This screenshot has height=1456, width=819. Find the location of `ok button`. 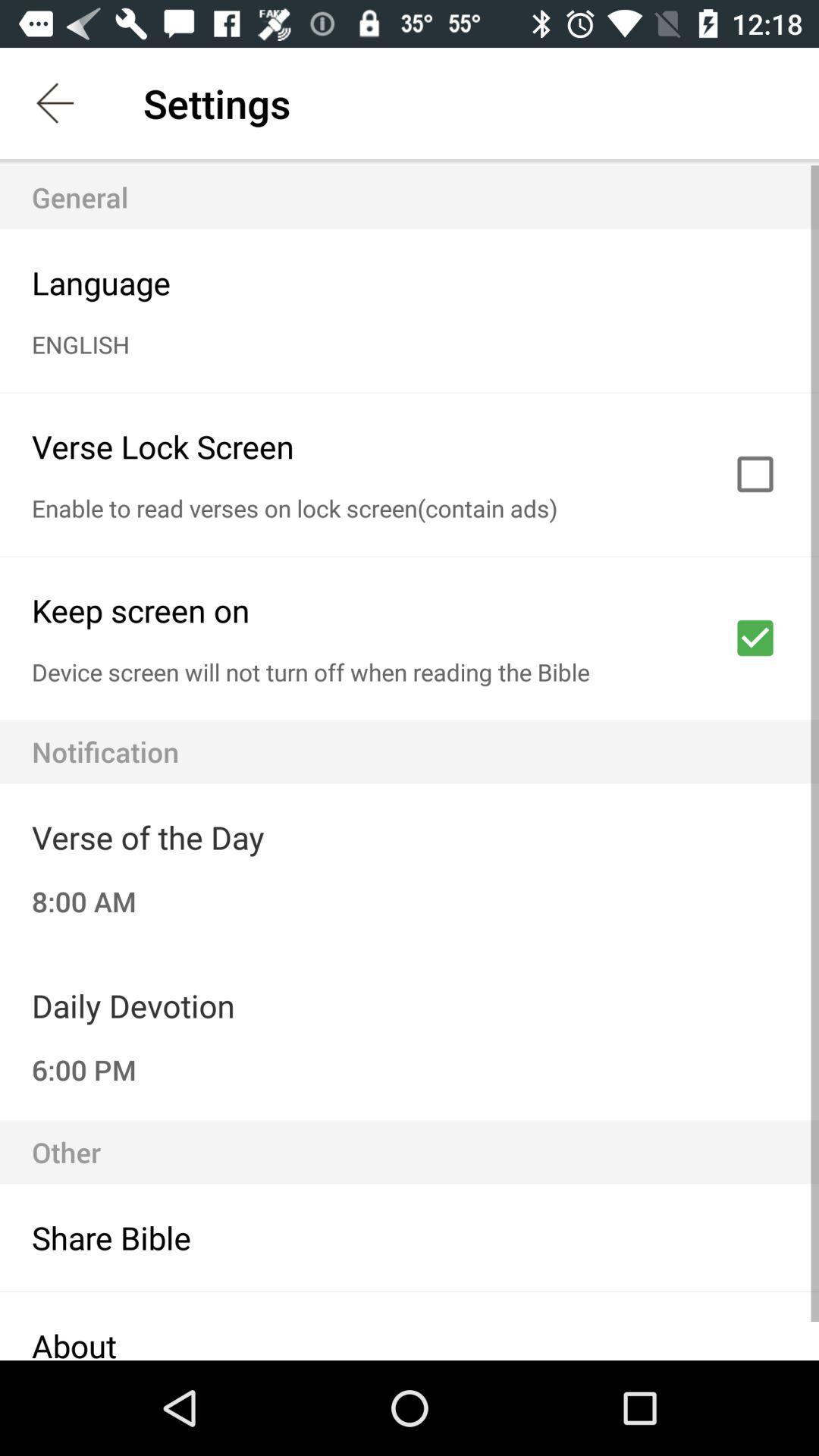

ok button is located at coordinates (755, 638).